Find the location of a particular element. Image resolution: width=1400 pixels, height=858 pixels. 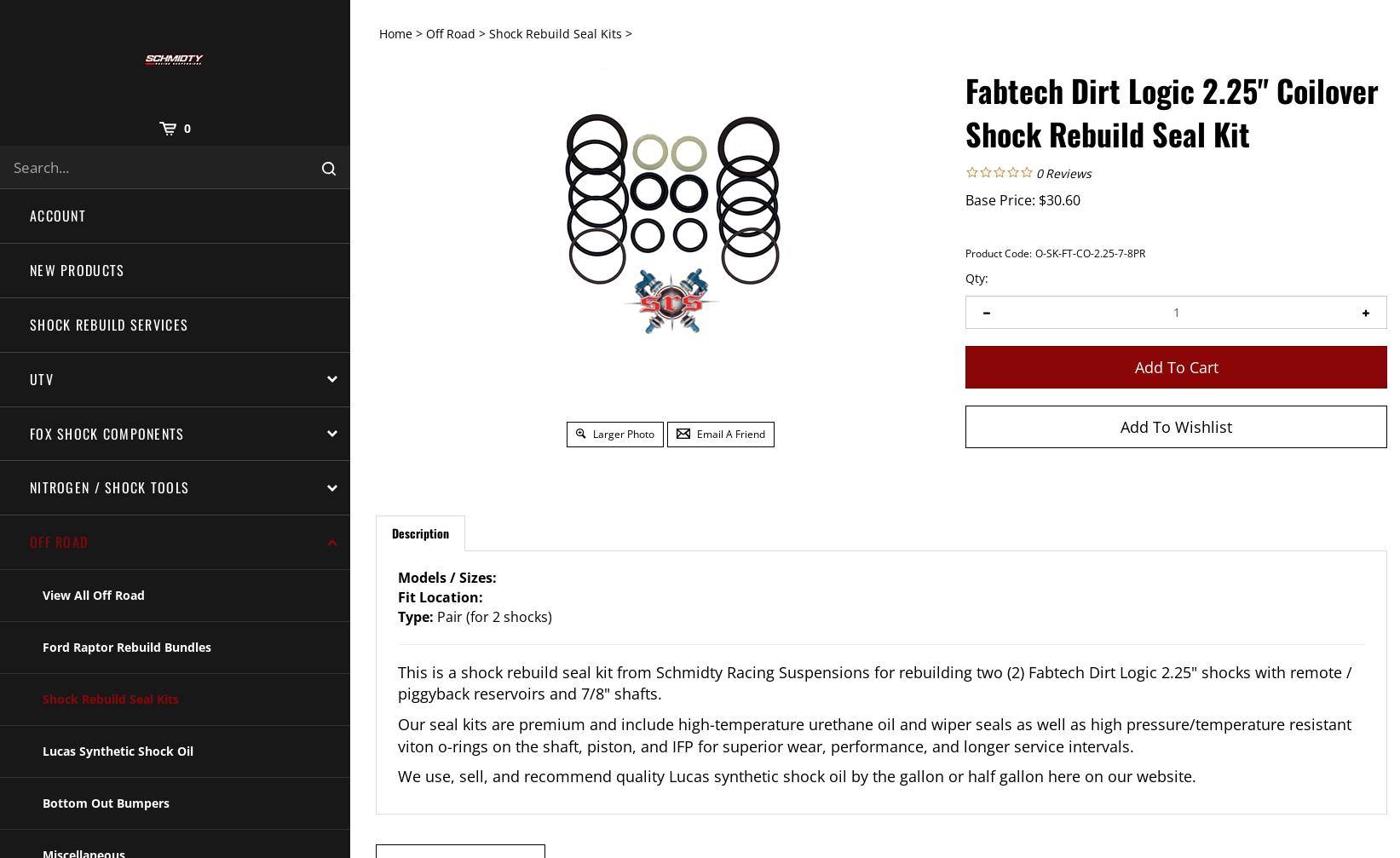

'O-SK-FT-CO-2.25-7-8PR' is located at coordinates (1090, 252).